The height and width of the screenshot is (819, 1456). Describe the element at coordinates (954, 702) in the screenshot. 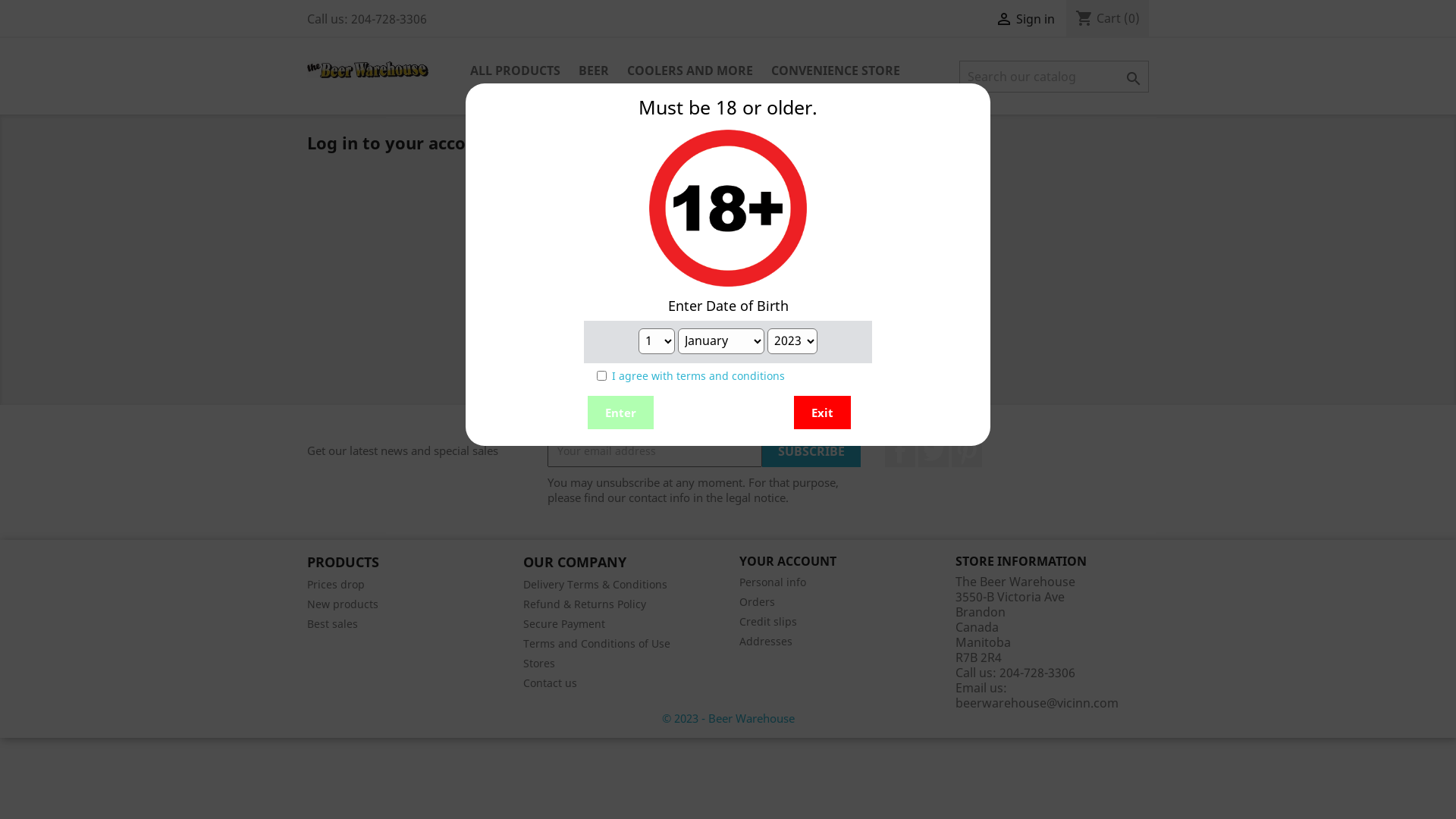

I see `'beerwarehouse@vicinn.com'` at that location.